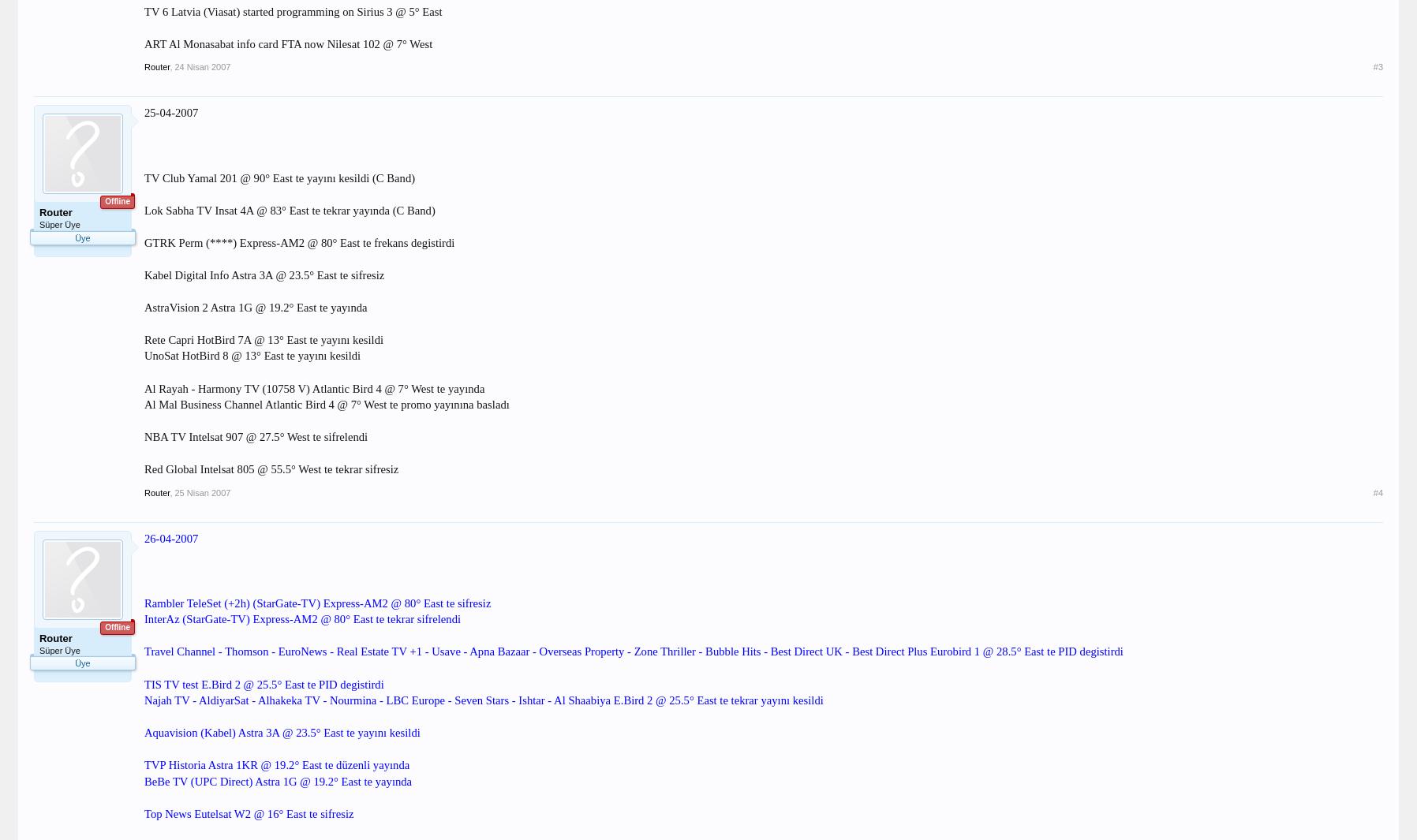  I want to click on 'TV Club Yamal 201 @ 90° East te yayını kesildi (C Band)', so click(279, 177).